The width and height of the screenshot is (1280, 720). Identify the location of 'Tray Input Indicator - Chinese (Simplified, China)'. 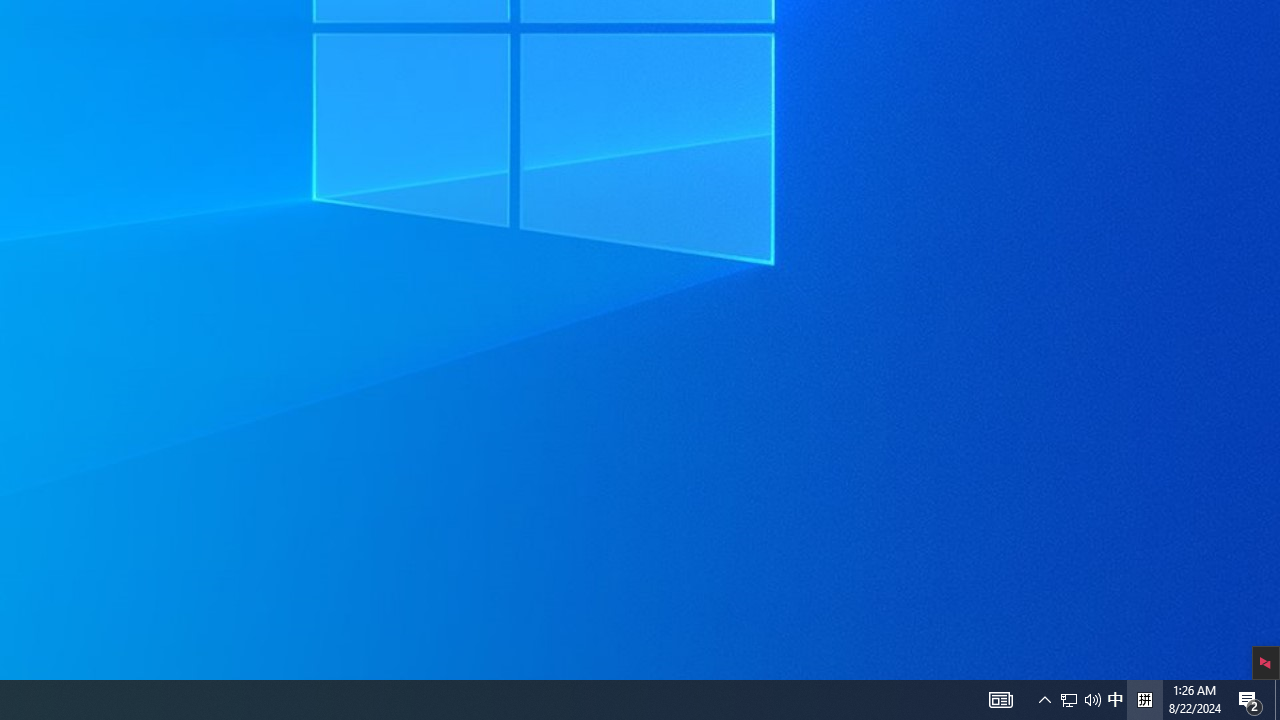
(1144, 698).